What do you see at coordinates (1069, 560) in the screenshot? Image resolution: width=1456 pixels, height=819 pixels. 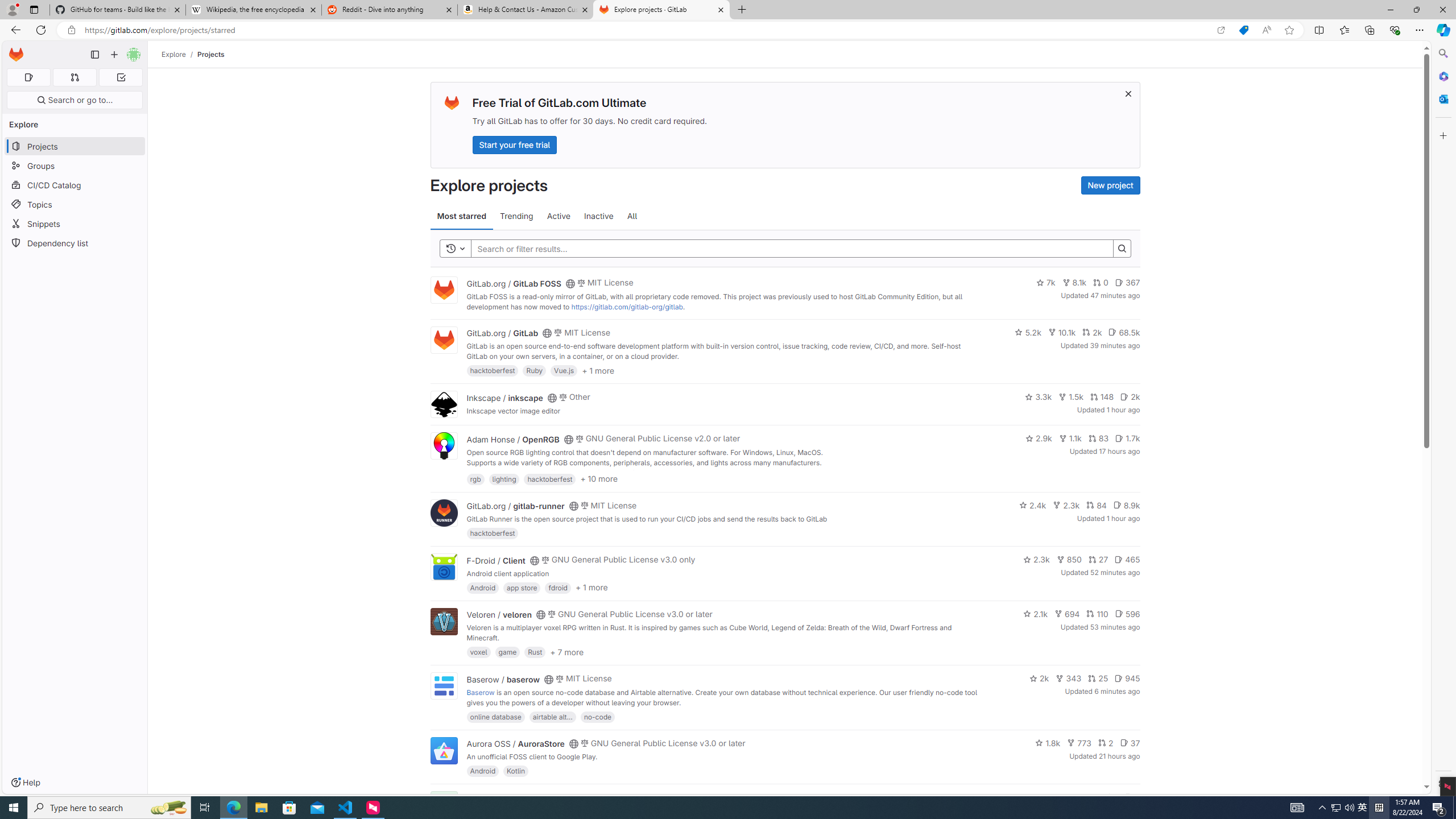 I see `'850'` at bounding box center [1069, 560].